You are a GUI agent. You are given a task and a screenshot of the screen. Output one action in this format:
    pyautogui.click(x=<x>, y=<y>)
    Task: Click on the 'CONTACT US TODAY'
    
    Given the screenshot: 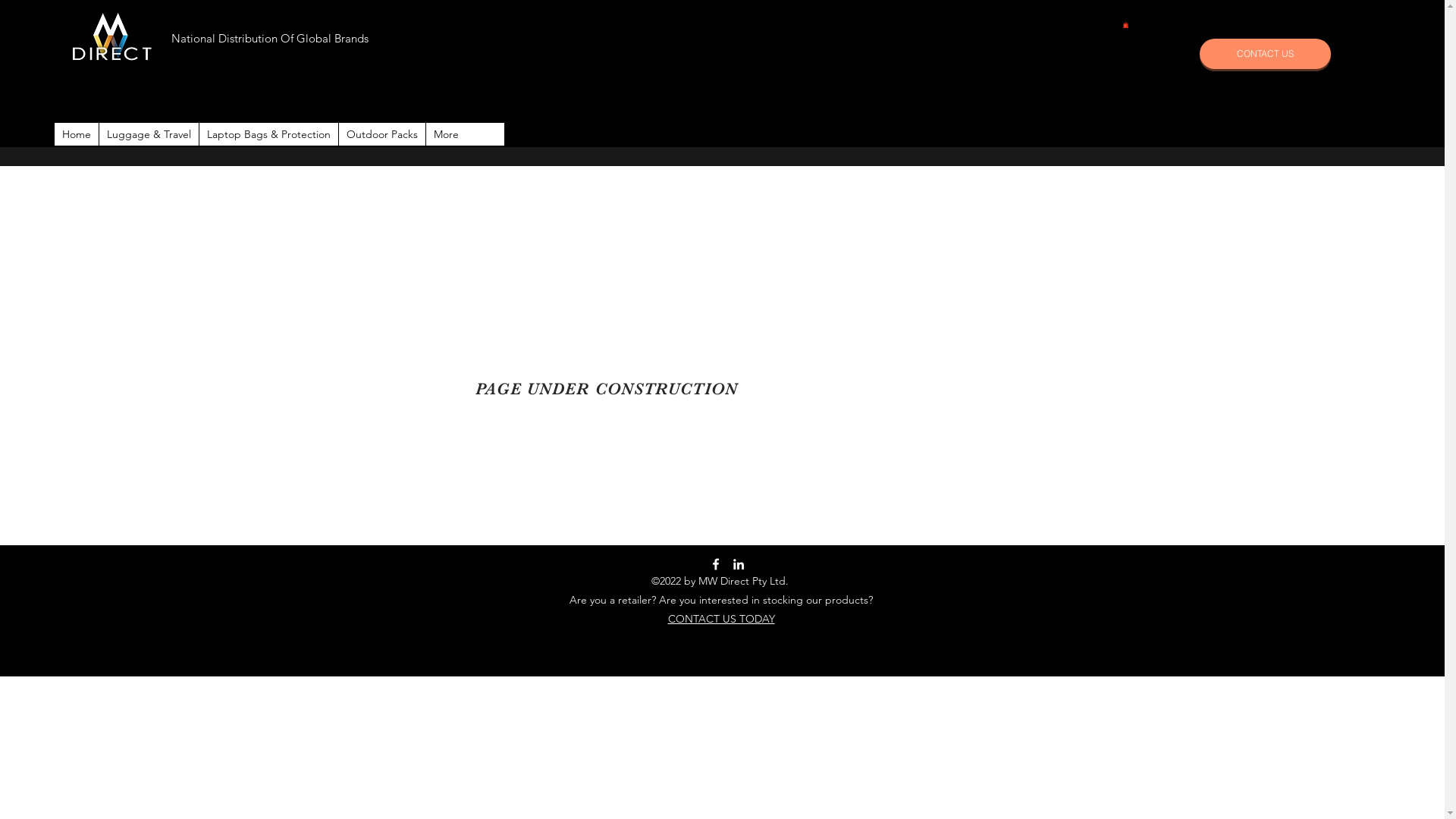 What is the action you would take?
    pyautogui.click(x=720, y=619)
    